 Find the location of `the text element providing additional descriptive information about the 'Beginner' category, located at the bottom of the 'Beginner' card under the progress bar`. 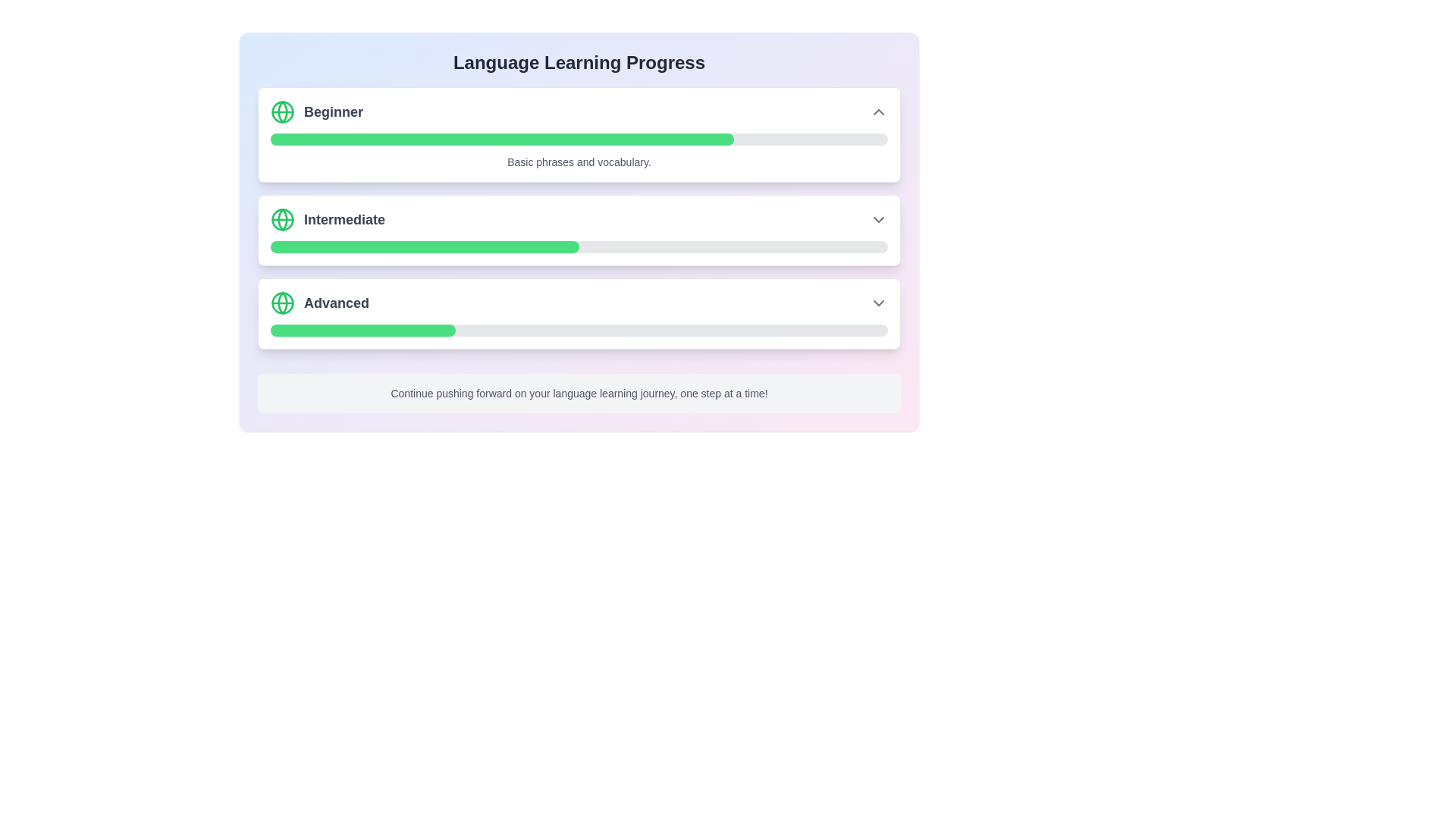

the text element providing additional descriptive information about the 'Beginner' category, located at the bottom of the 'Beginner' card under the progress bar is located at coordinates (578, 162).